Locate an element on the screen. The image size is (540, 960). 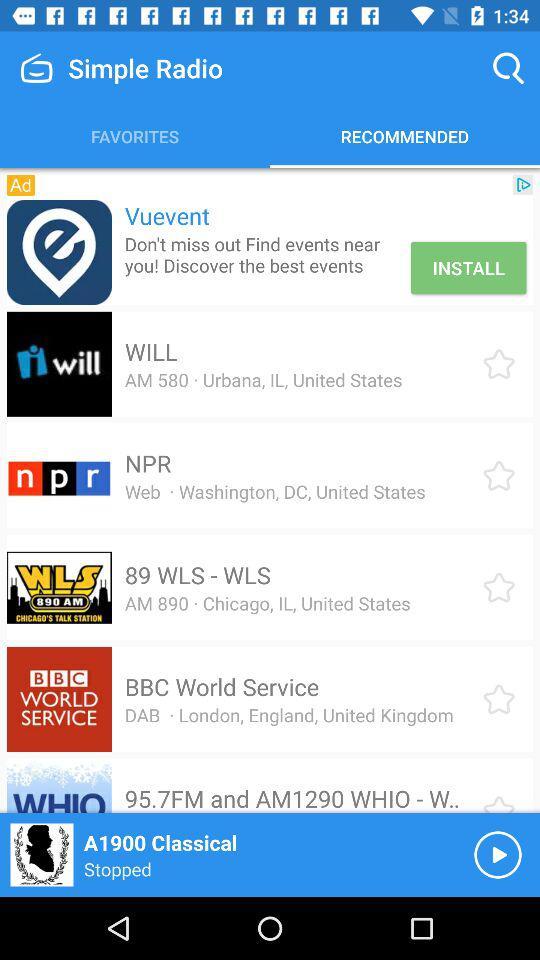
the item above bbc world service is located at coordinates (267, 602).